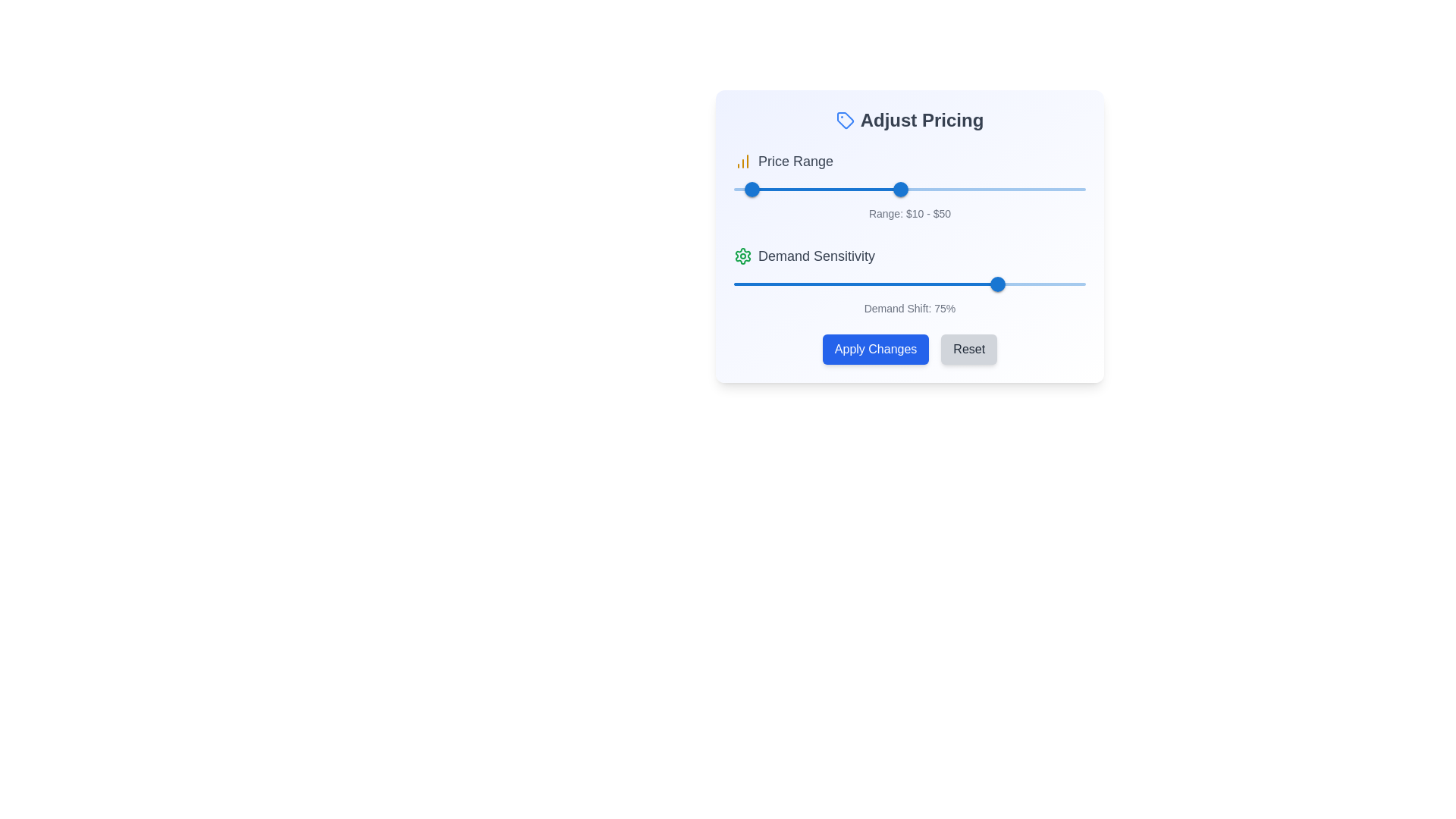 Image resolution: width=1456 pixels, height=819 pixels. What do you see at coordinates (1018, 284) in the screenshot?
I see `the Demand Sensitivity value` at bounding box center [1018, 284].